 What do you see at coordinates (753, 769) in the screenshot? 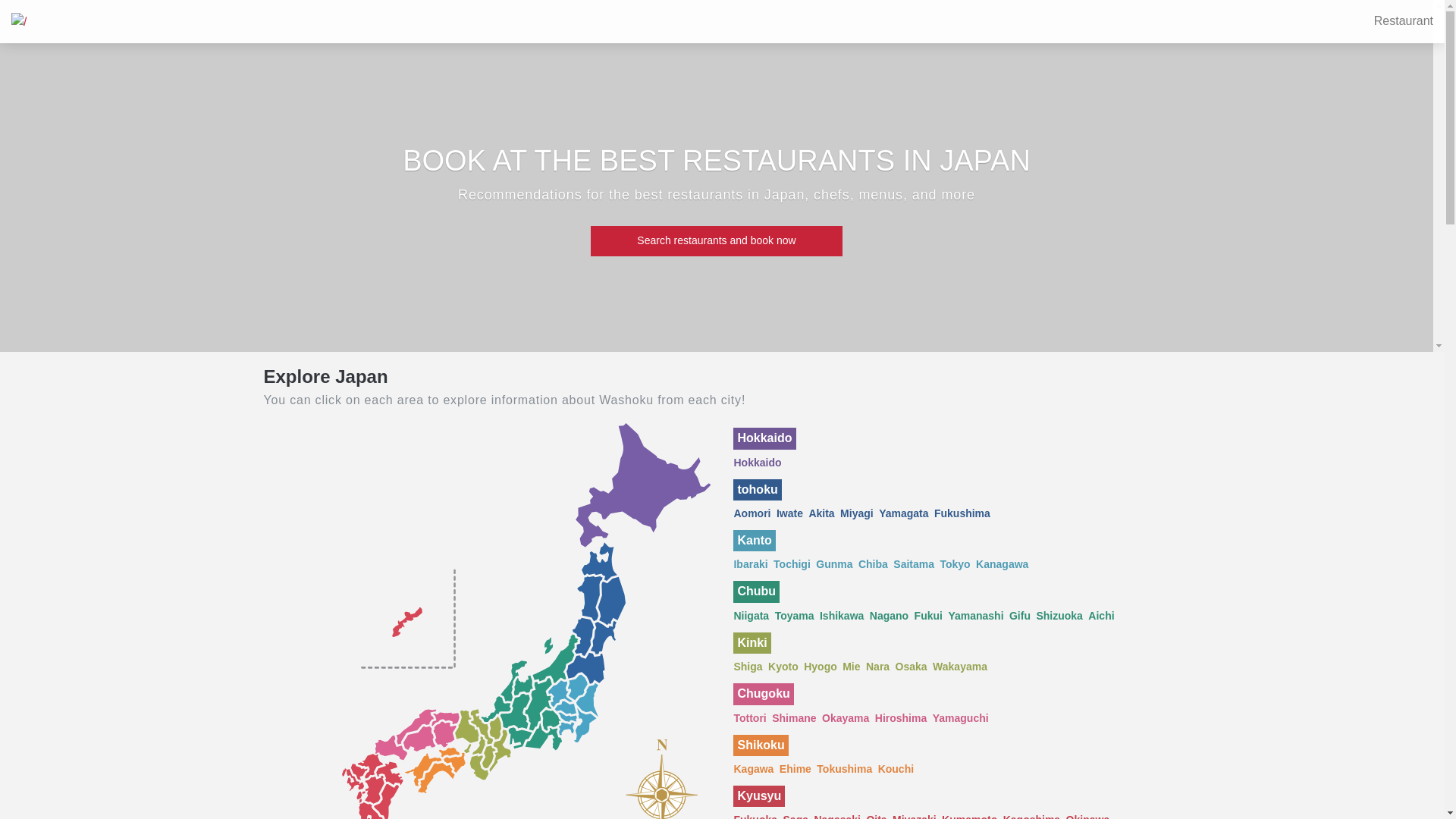
I see `'Kagawa'` at bounding box center [753, 769].